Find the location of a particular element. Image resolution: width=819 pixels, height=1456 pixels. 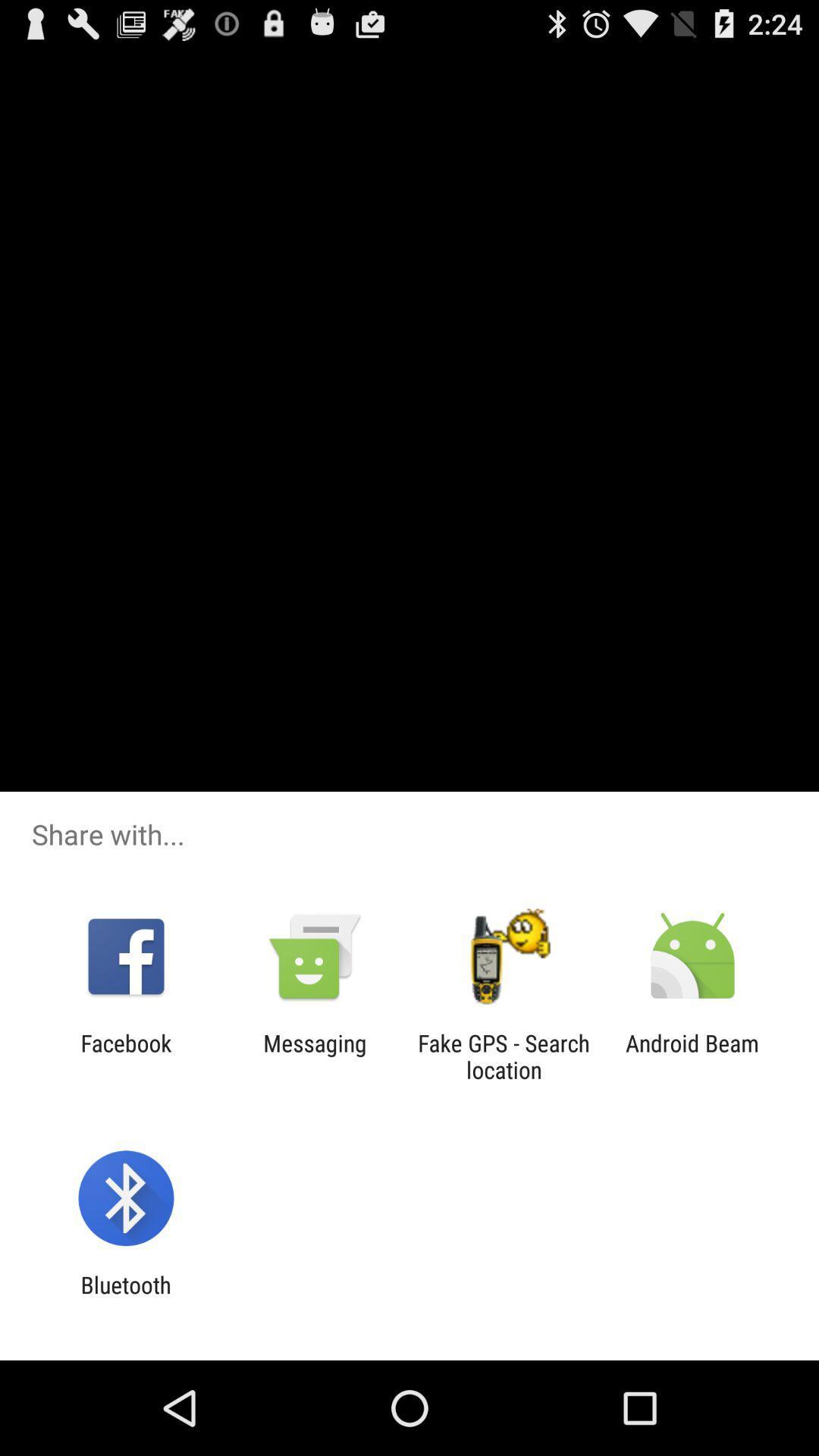

the icon to the right of messaging icon is located at coordinates (504, 1056).